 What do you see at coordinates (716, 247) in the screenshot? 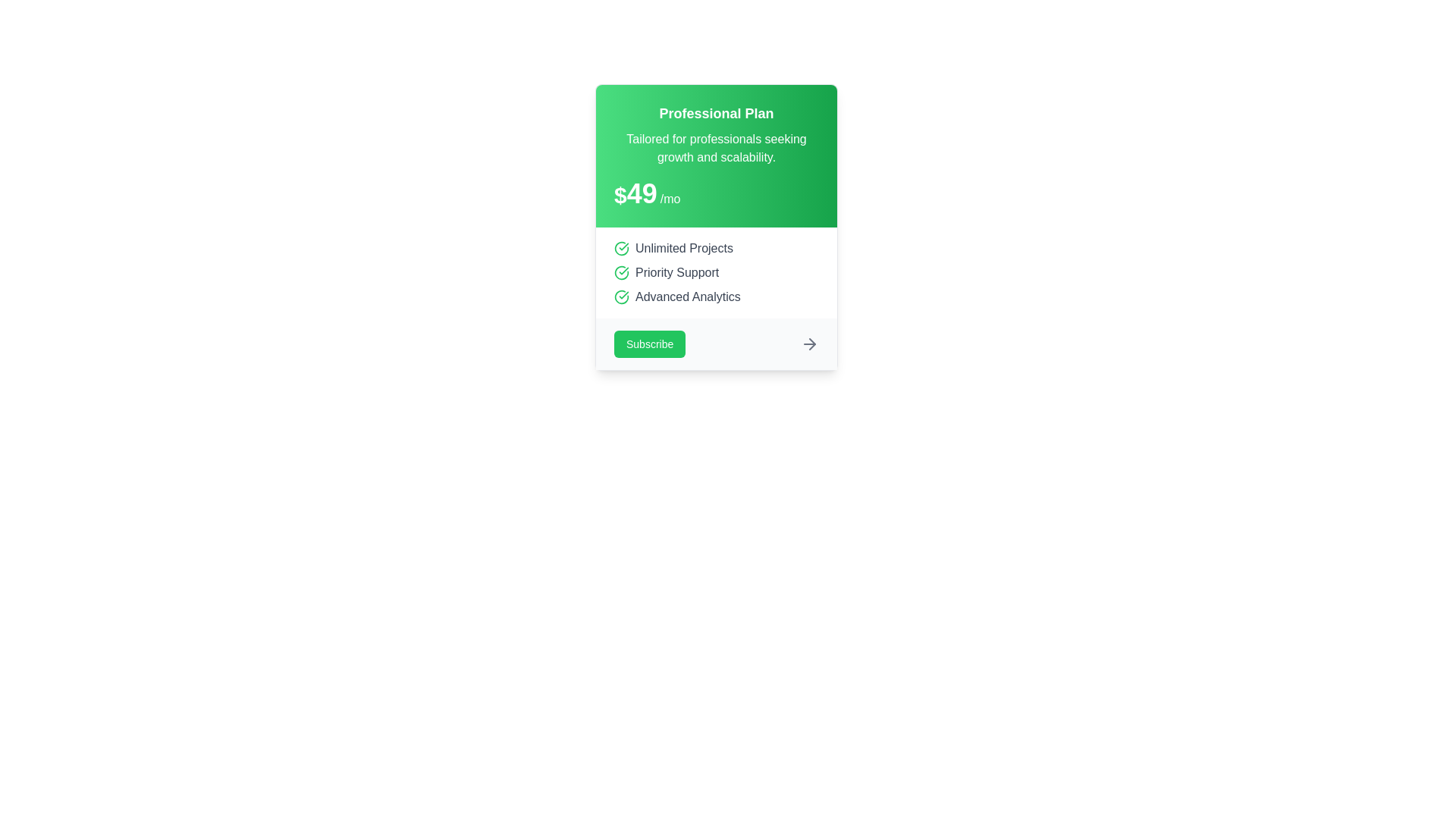
I see `the 'Unlimited Projects' text label and its associated group under the 'Professional Plan' heading` at bounding box center [716, 247].